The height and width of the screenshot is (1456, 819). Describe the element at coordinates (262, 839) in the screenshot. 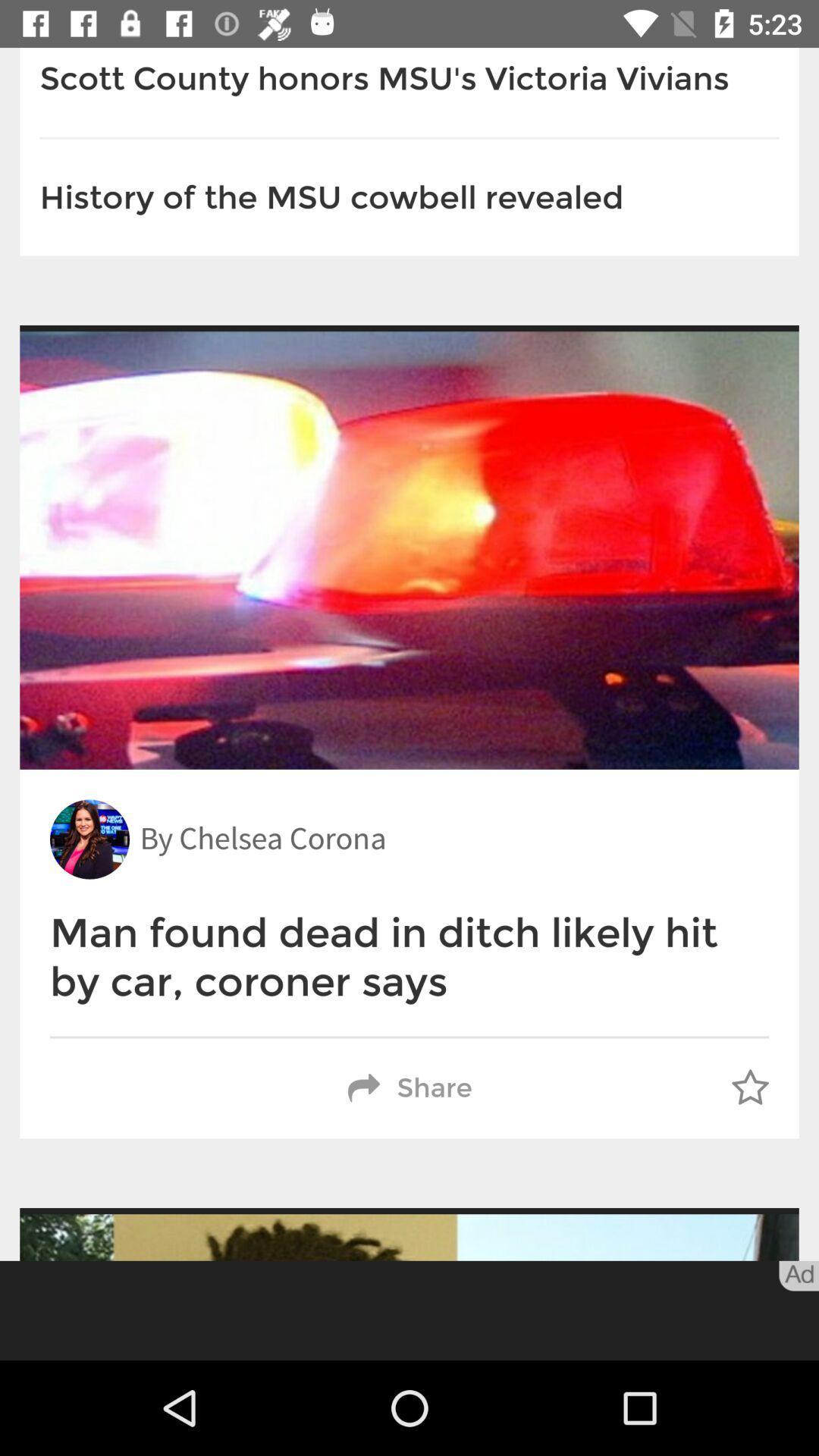

I see `item above the man found dead` at that location.